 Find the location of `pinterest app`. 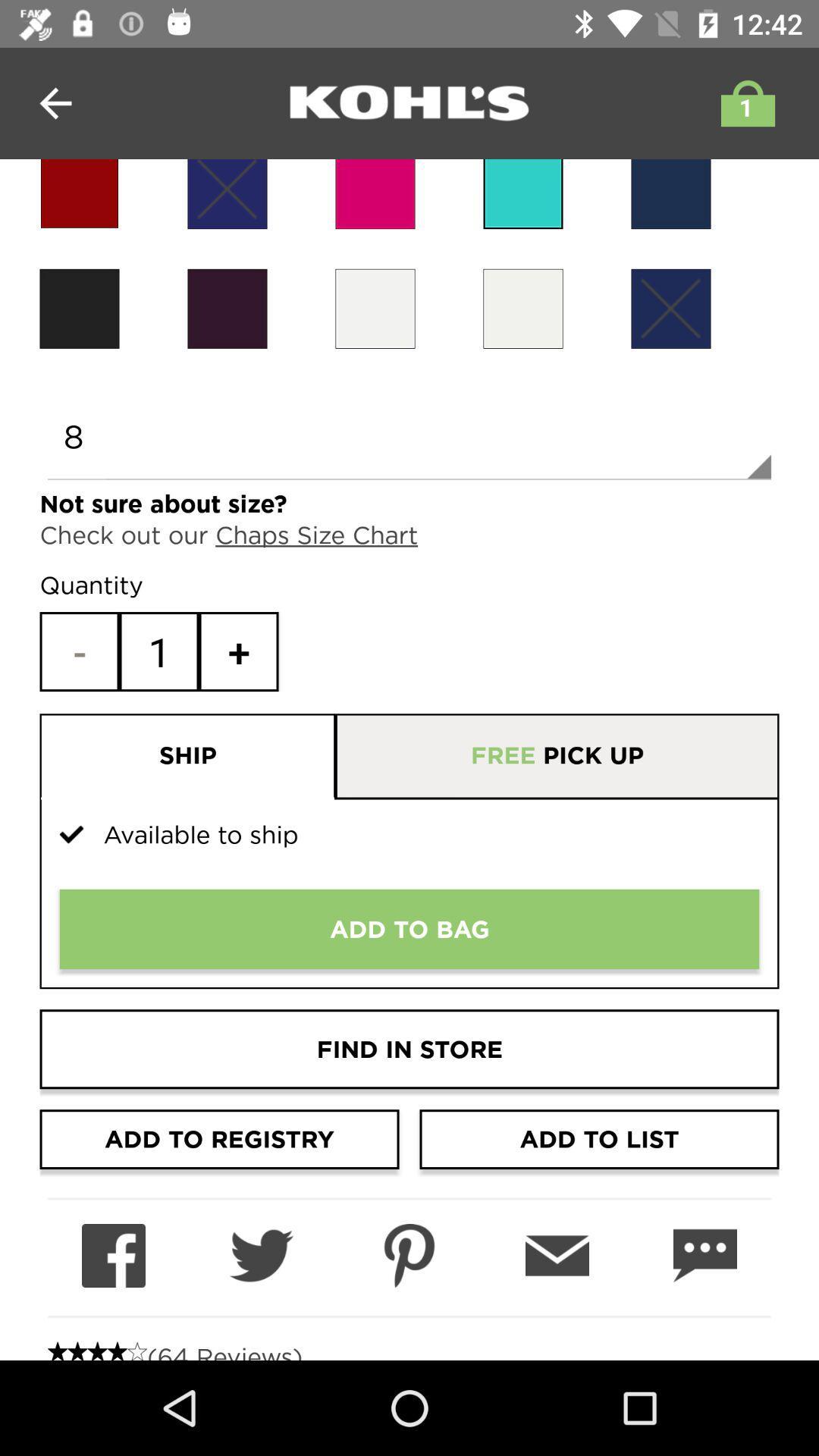

pinterest app is located at coordinates (409, 1256).